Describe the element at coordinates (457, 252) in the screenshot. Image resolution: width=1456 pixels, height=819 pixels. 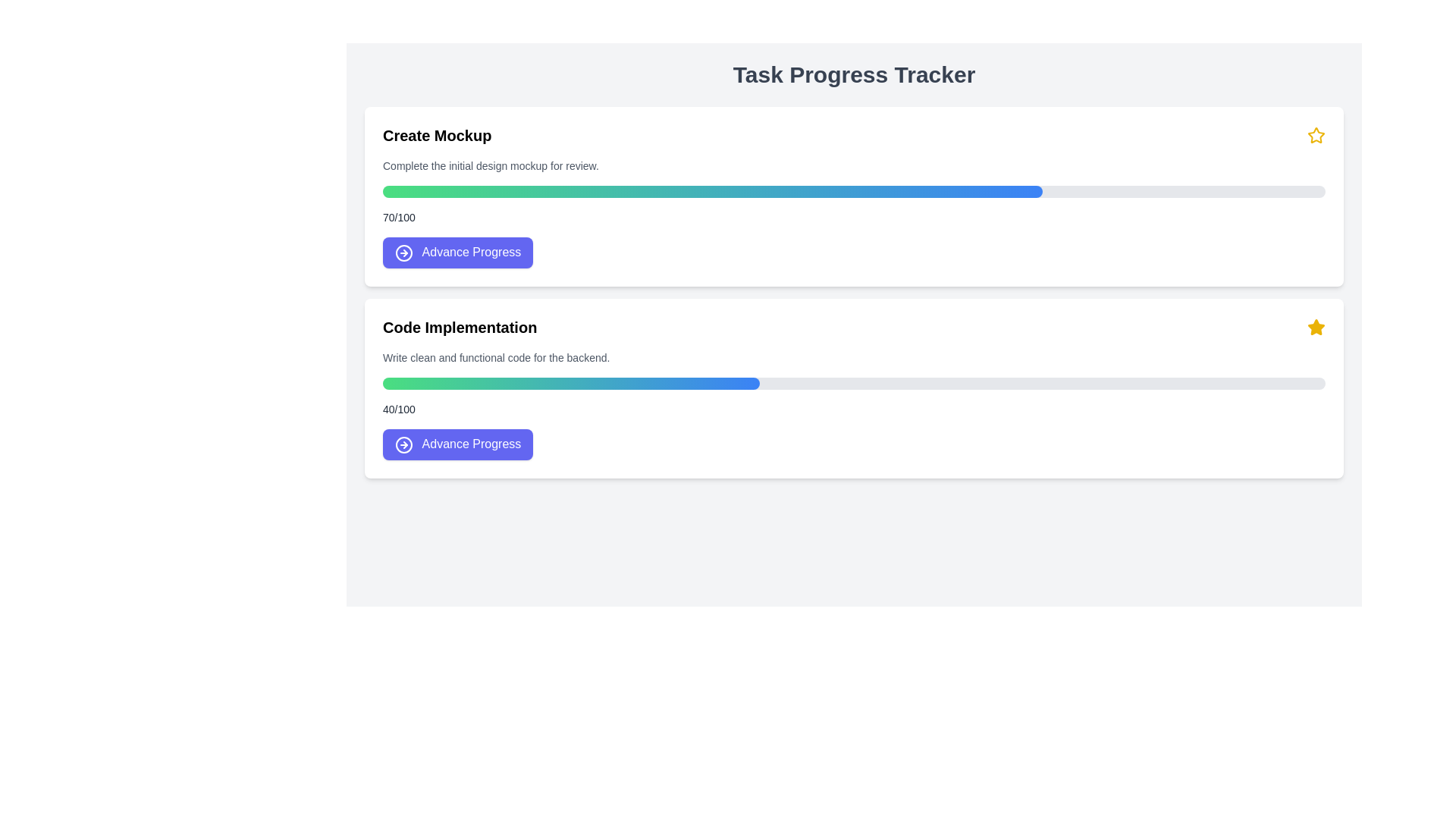
I see `the 'Advance Progress' button, which is a rectangular button with a purple background and a white circular arrow icon, located below a progress bar in the 'Create Mockup' task card, to change its appearance` at that location.